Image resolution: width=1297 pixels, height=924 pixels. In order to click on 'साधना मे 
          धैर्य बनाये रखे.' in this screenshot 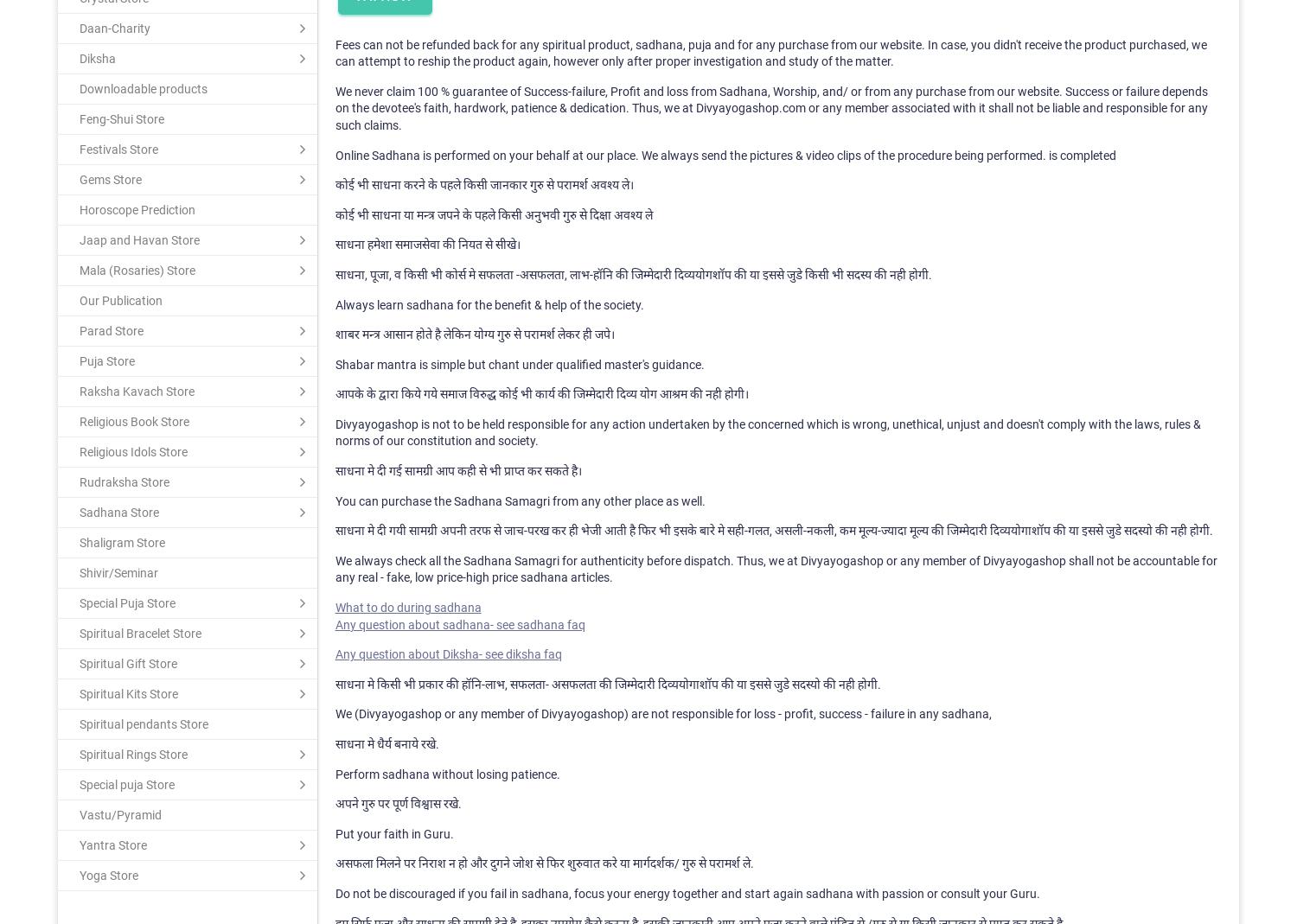, I will do `click(386, 742)`.